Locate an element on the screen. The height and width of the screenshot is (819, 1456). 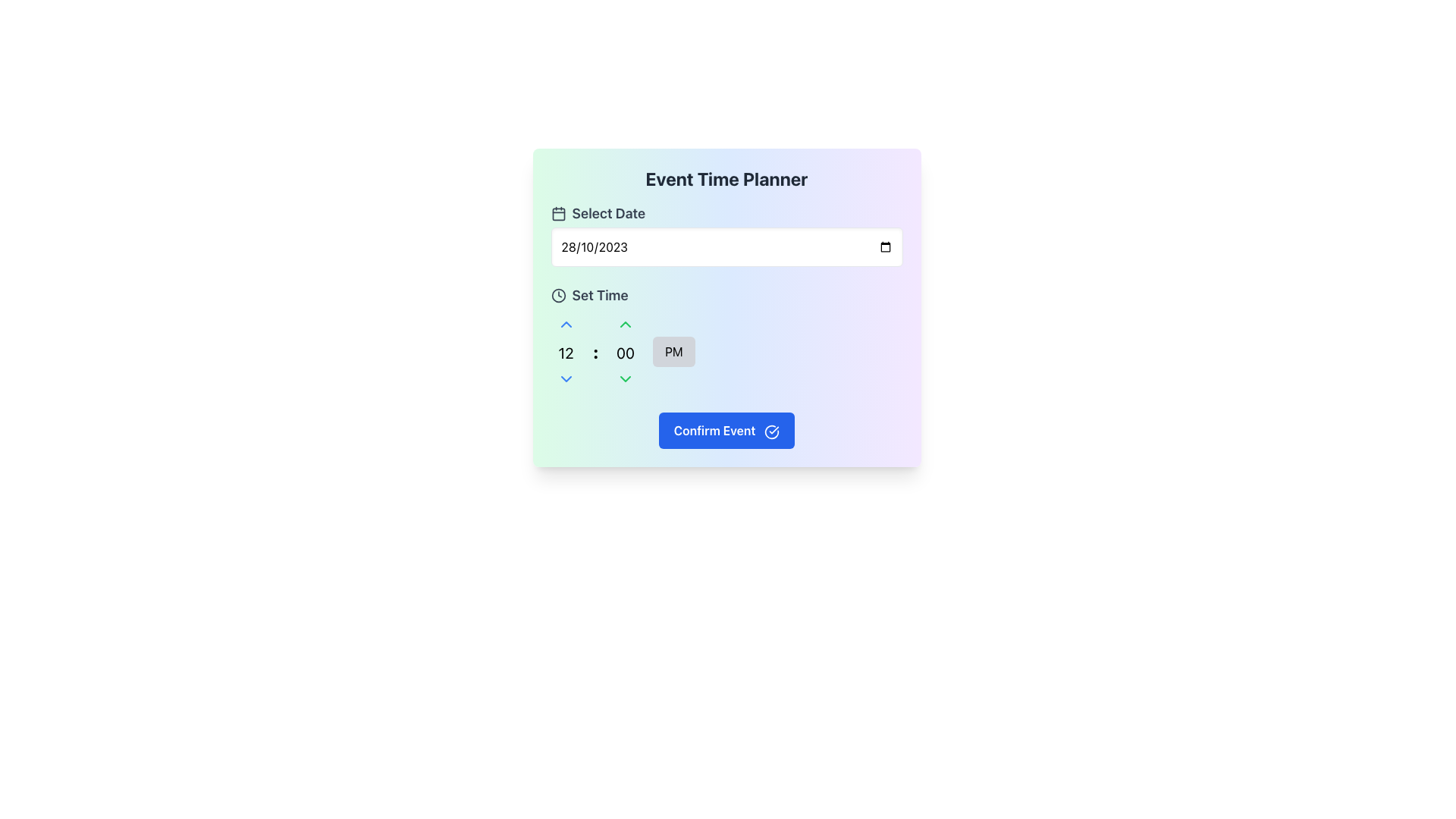
the downward-pointing green chevron button located below the '00' display in the time adjustment UI is located at coordinates (626, 378).